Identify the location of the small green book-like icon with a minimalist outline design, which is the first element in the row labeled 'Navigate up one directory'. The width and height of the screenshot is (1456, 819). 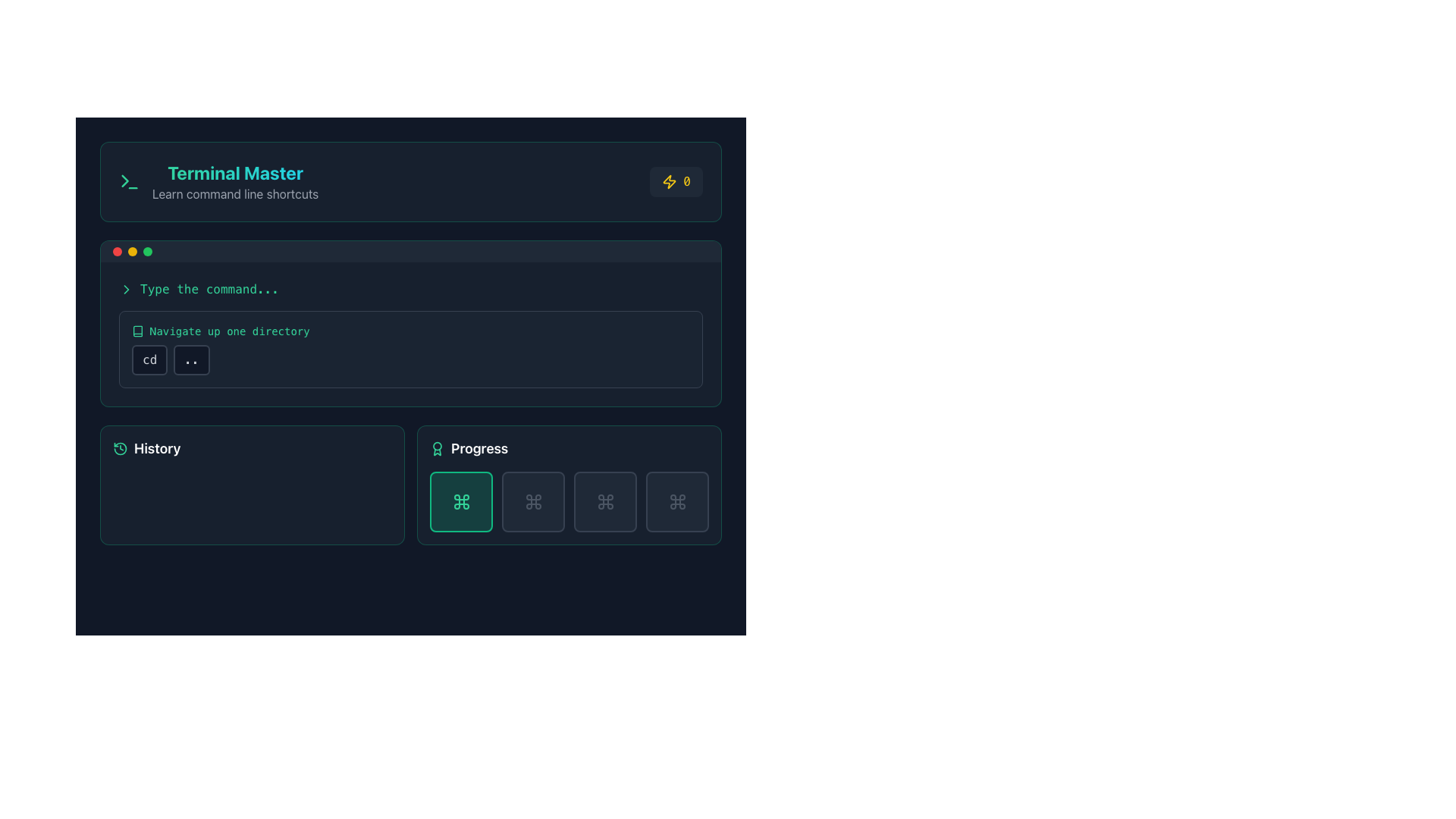
(138, 330).